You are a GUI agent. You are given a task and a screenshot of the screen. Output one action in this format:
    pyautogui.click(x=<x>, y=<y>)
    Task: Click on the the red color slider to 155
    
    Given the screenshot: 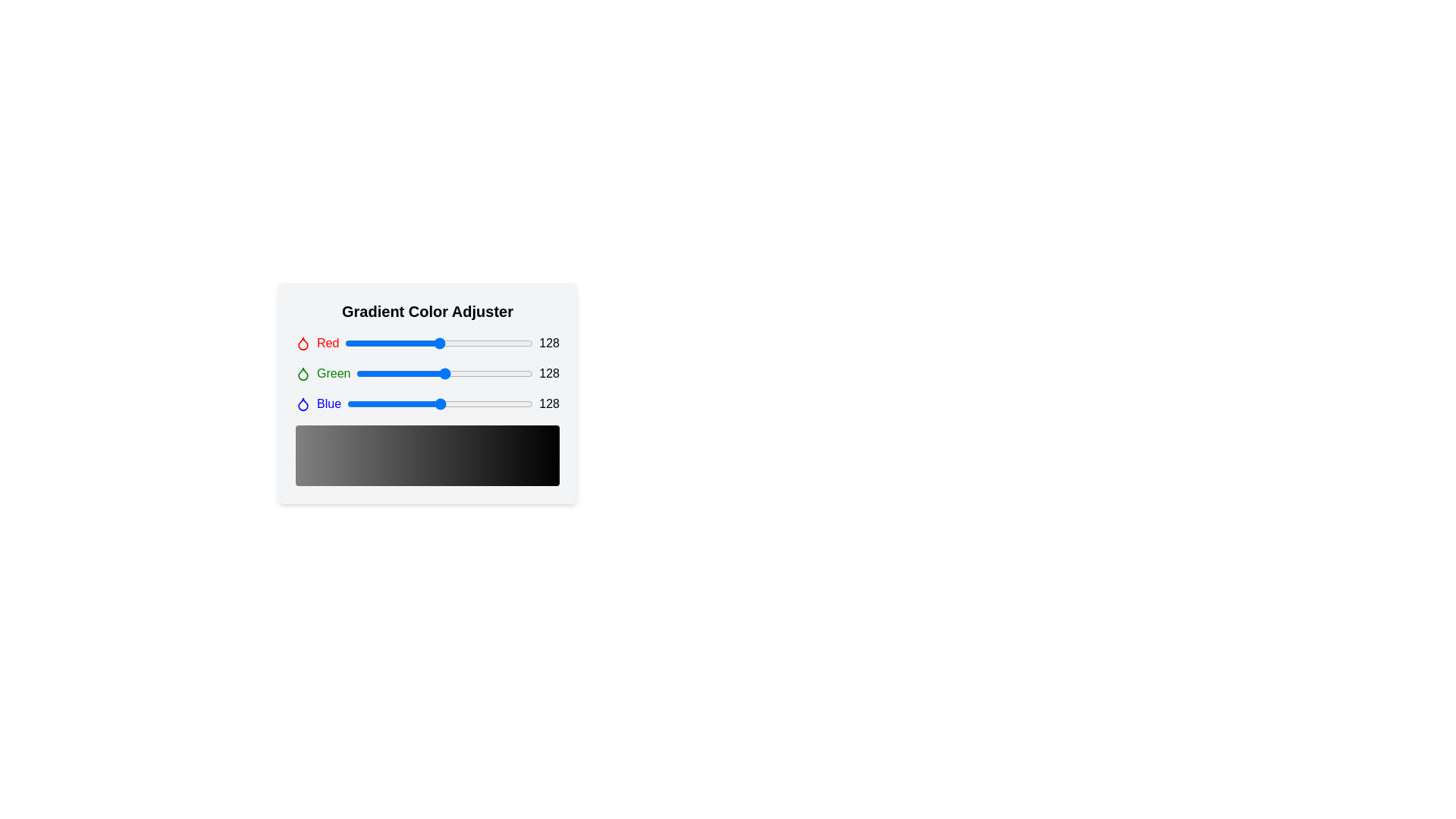 What is the action you would take?
    pyautogui.click(x=459, y=343)
    